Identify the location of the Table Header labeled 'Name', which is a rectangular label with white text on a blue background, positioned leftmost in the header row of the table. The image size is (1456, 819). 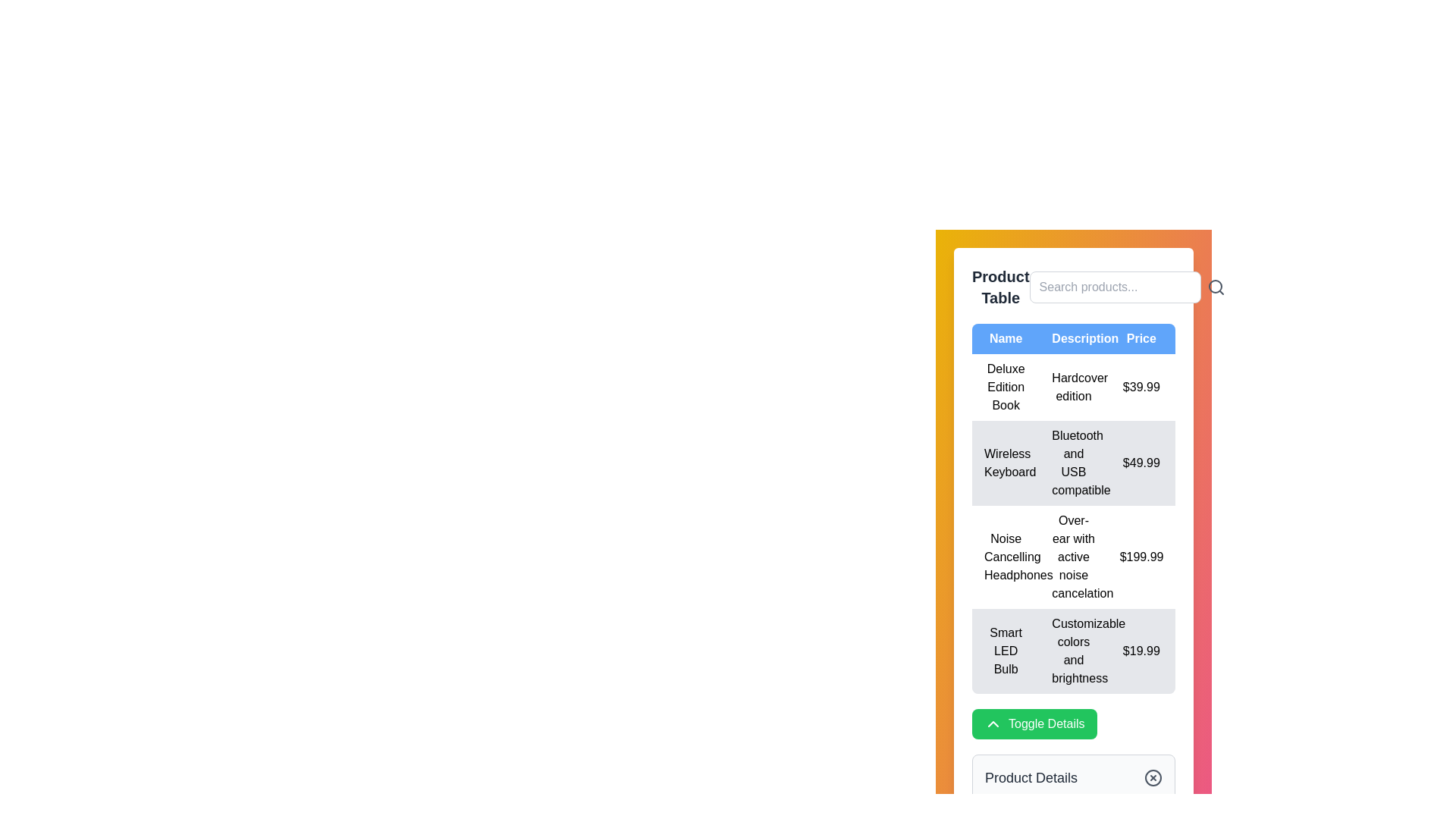
(1006, 338).